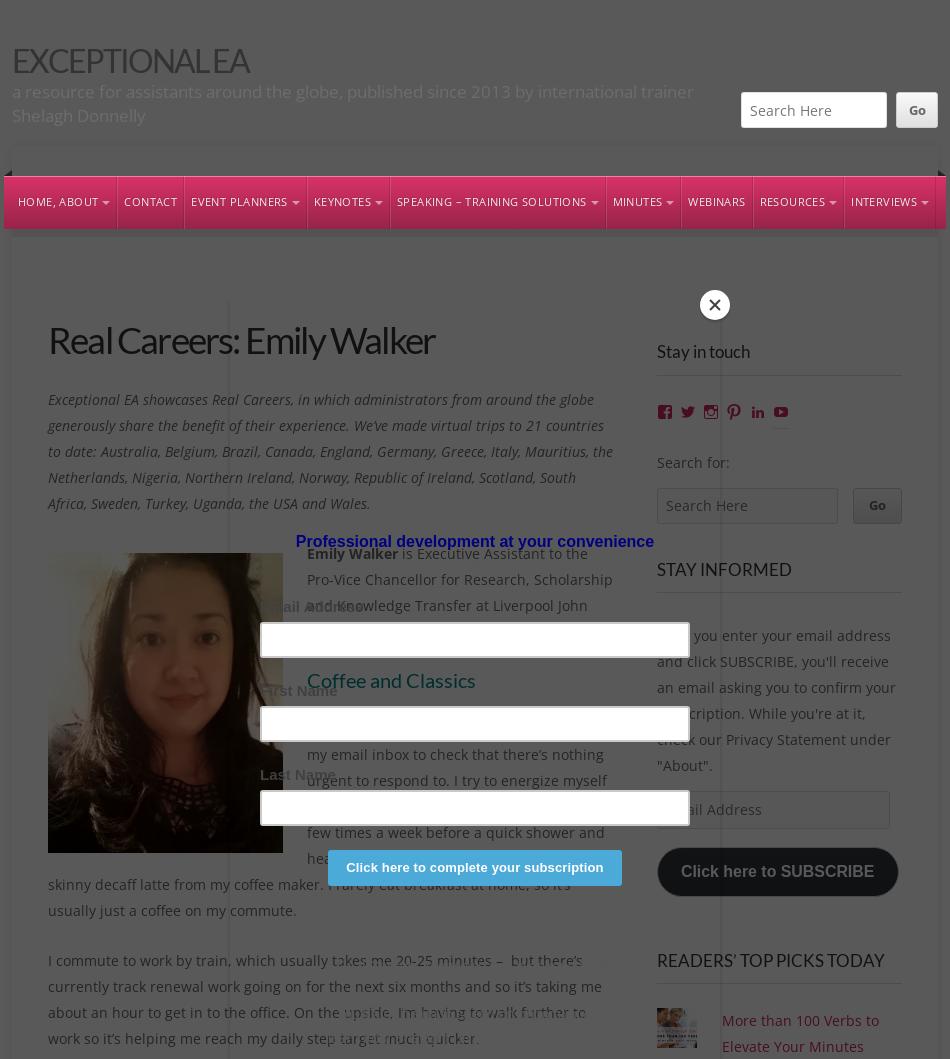 Image resolution: width=950 pixels, height=1059 pixels. Describe the element at coordinates (329, 451) in the screenshot. I see `'Exceptional EA showcases Real Careers, in which administrators from around the globe generously share the benefit of their experience. We’ve made virtual trips to 21 countries to date: Australia, Belgium, Brazil, Canada, England, Germany, Greece, Italy, Mauritius, the Netherlands, Nigeria, Northern Ireland, Norway, Republic of Ireland, Scotland, South Africa, Sweden, Turkey, Uganda, the USA and Wales.'` at that location.